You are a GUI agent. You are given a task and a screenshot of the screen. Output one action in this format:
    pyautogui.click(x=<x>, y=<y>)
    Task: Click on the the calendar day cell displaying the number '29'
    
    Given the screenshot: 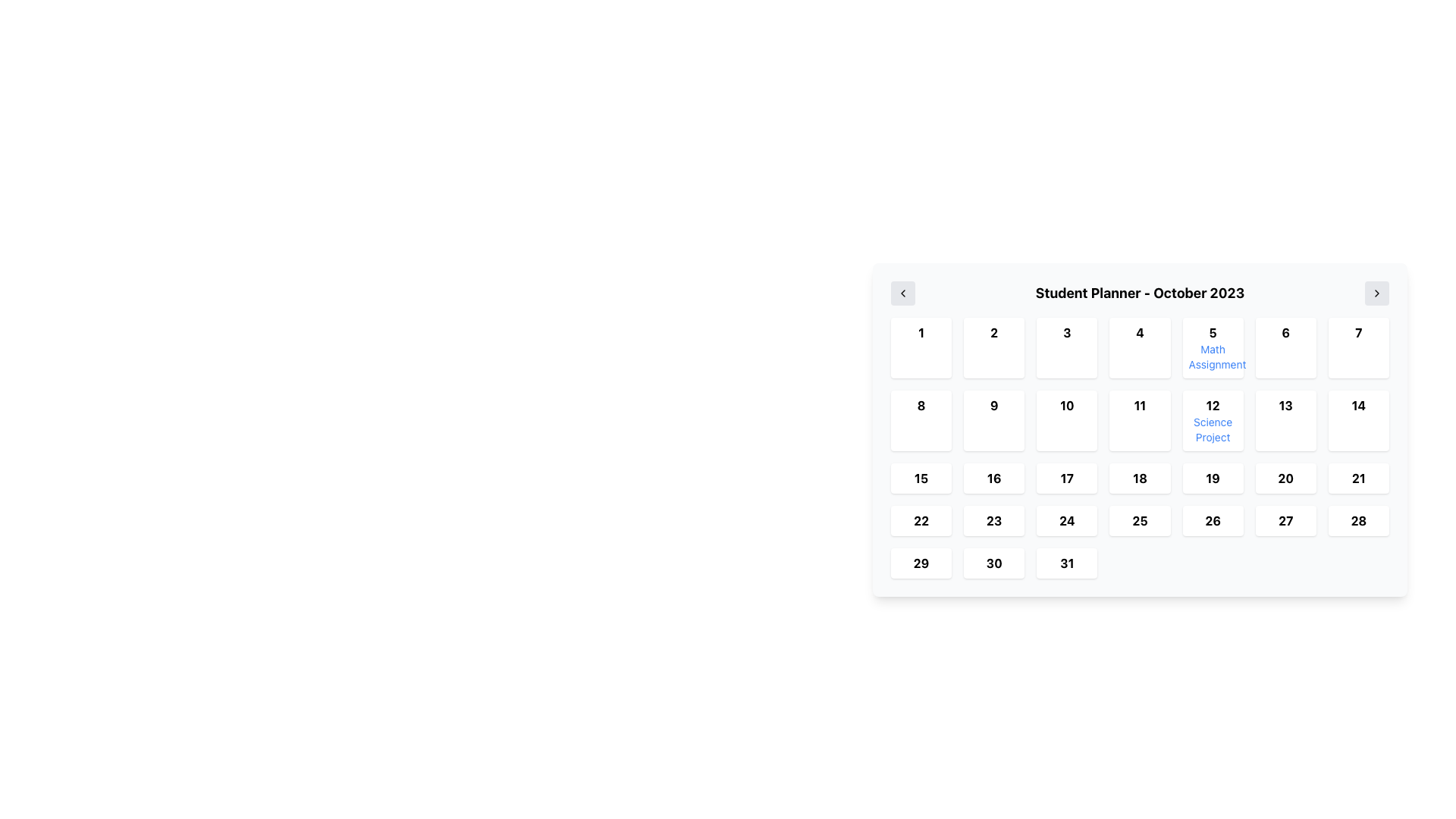 What is the action you would take?
    pyautogui.click(x=920, y=563)
    